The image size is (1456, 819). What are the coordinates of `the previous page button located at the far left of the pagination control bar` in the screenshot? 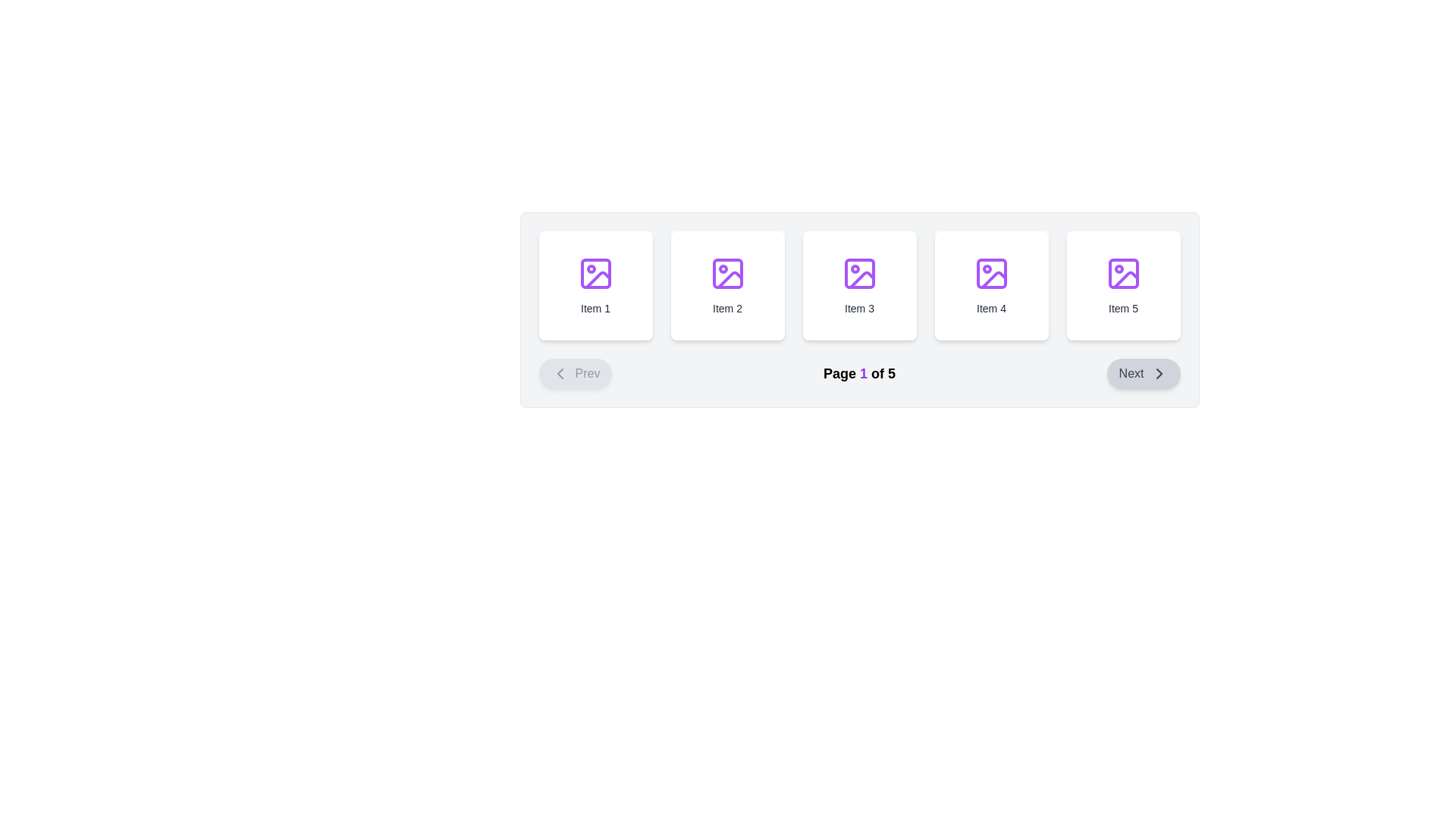 It's located at (574, 374).